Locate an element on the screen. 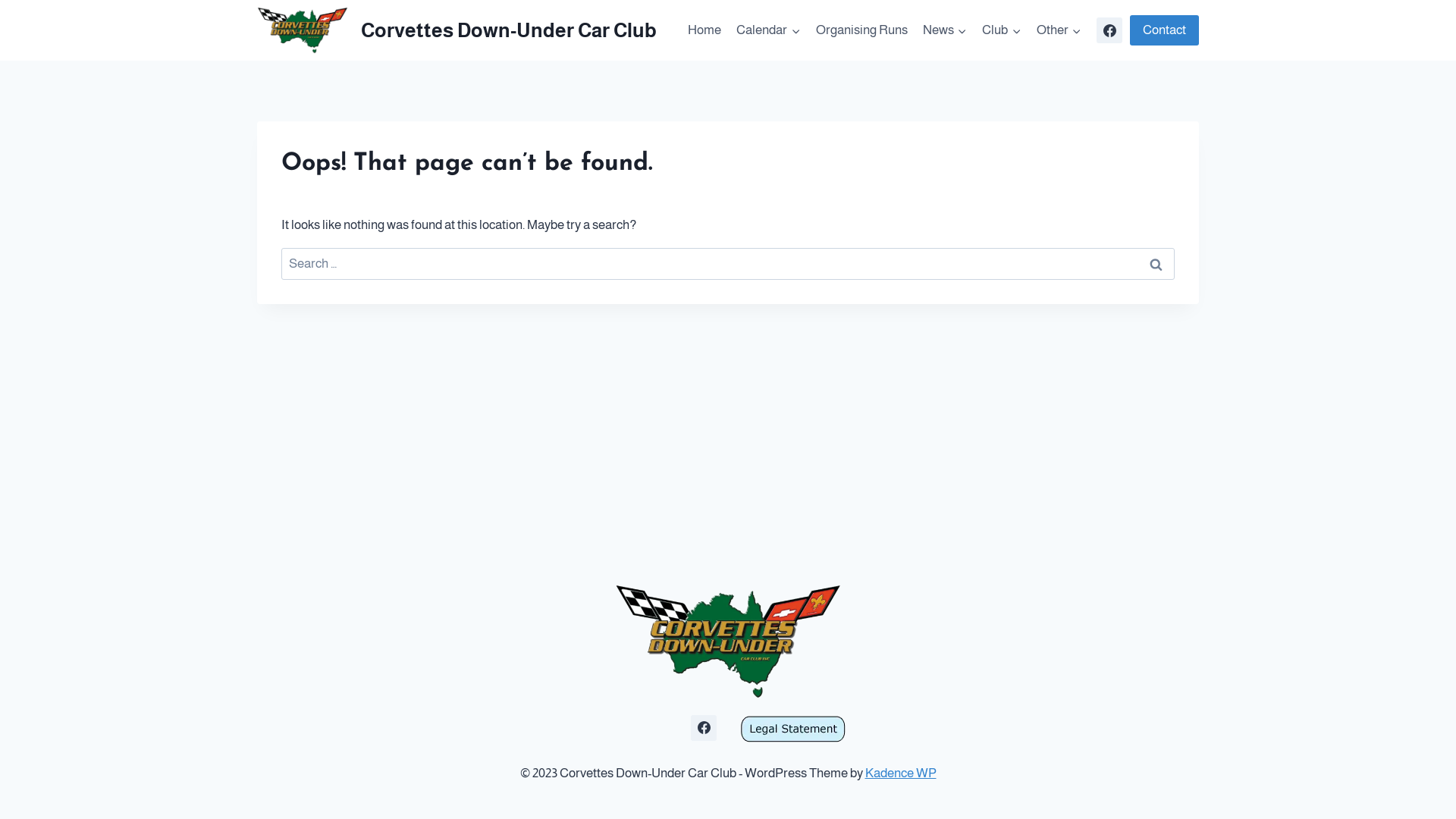  'News' is located at coordinates (944, 30).